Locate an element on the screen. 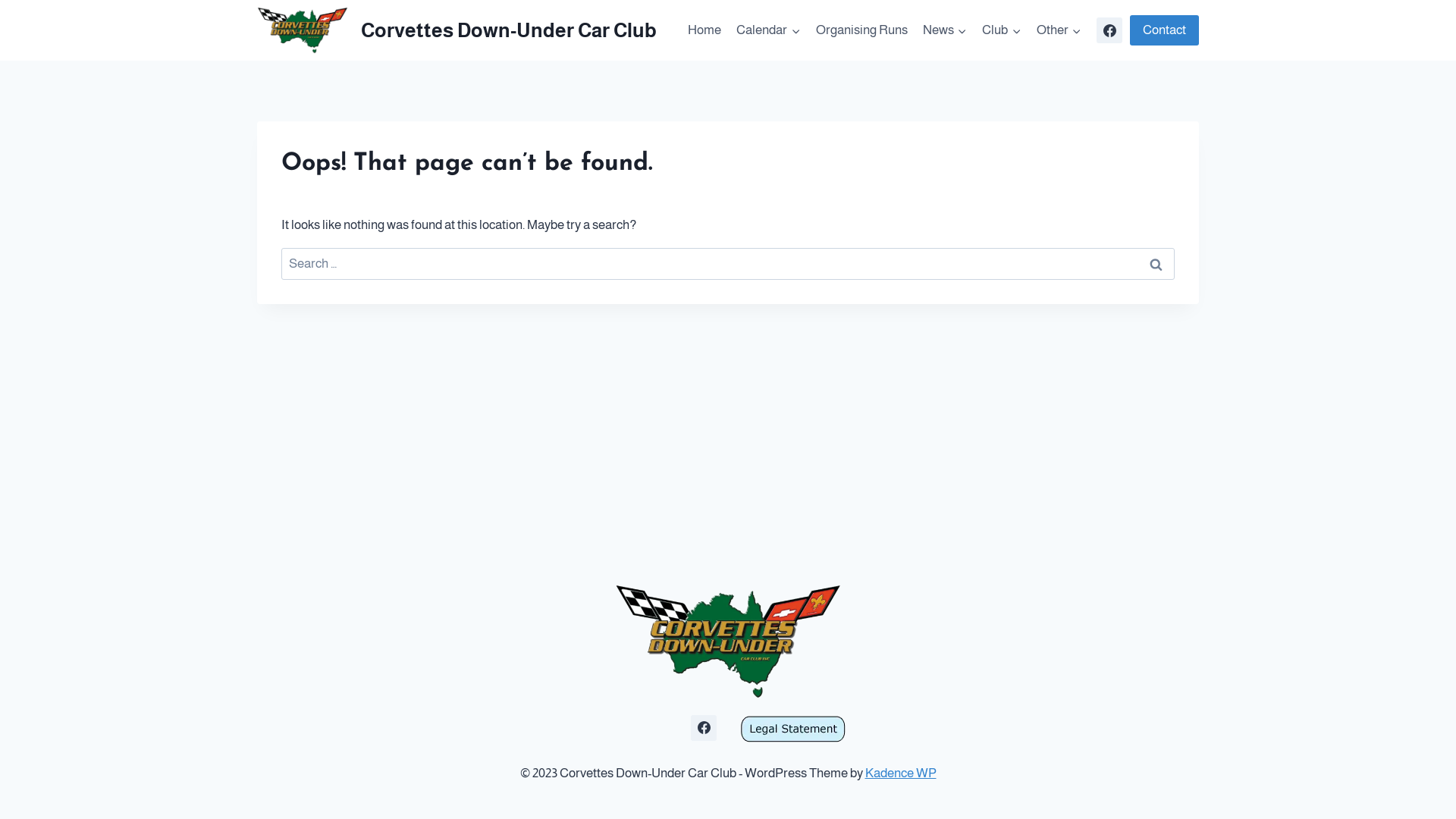  'News' is located at coordinates (944, 30).